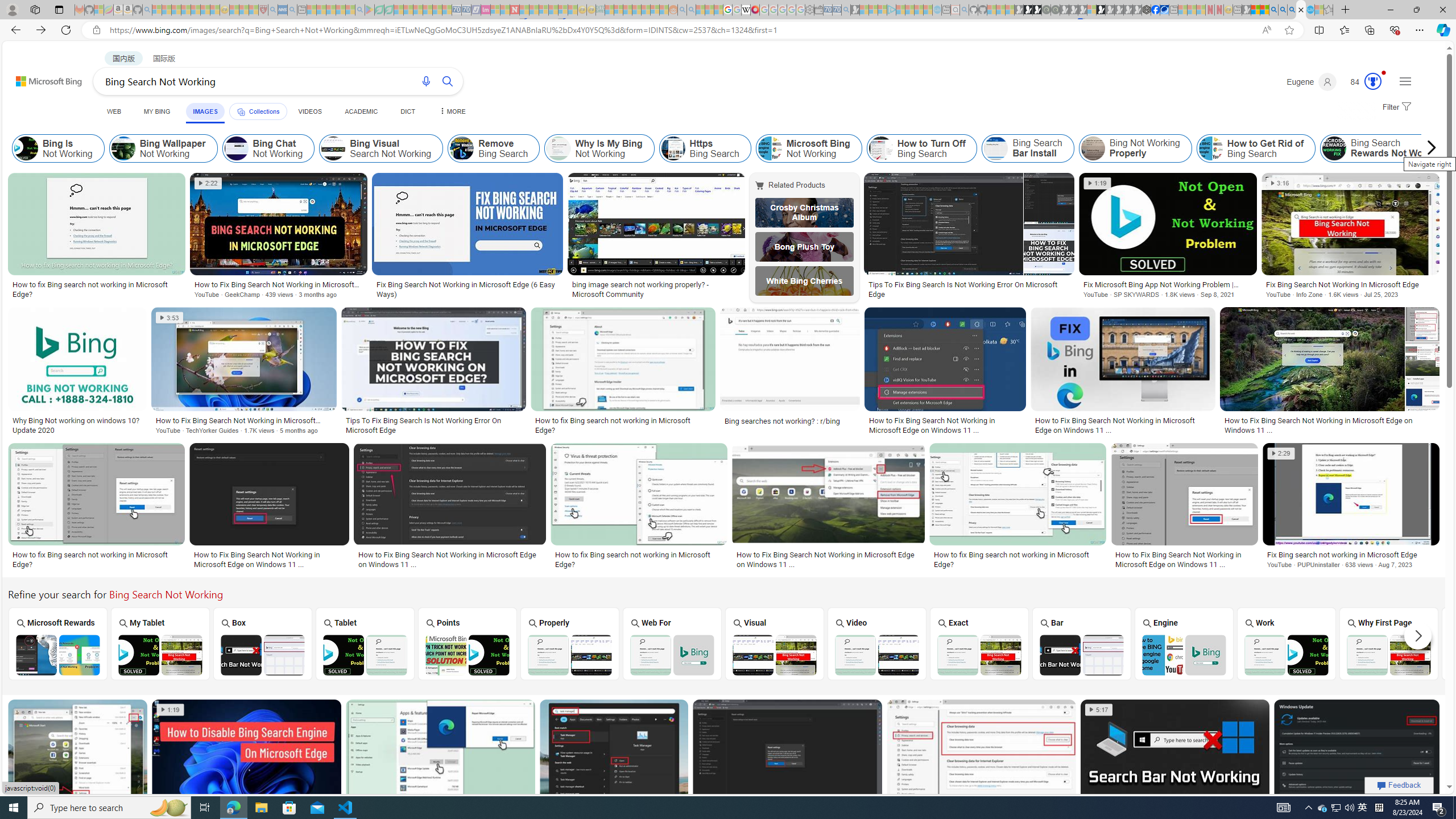  What do you see at coordinates (1184, 643) in the screenshot?
I see `'Engine'` at bounding box center [1184, 643].